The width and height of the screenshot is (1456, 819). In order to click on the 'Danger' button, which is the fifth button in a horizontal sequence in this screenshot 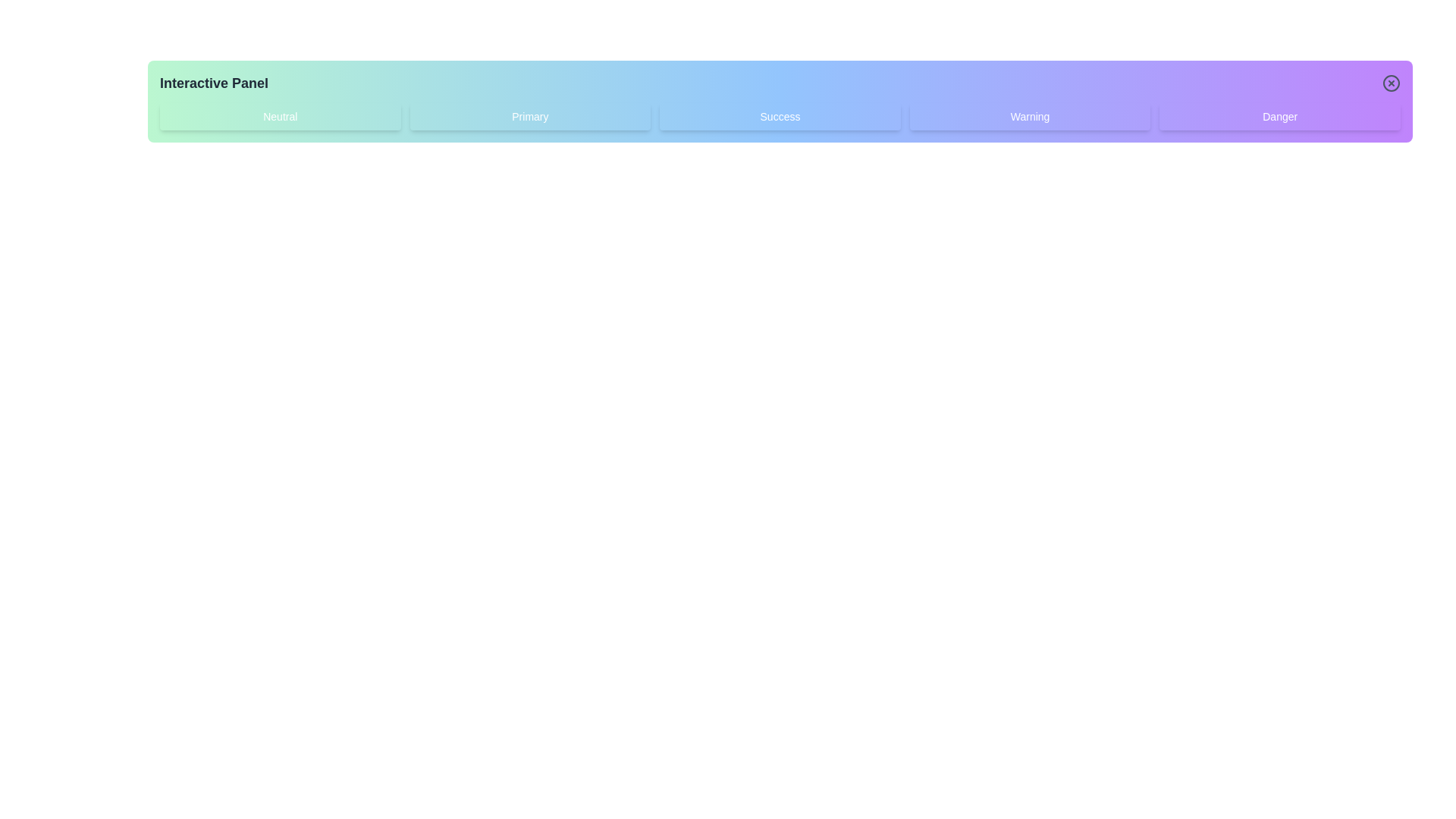, I will do `click(1279, 116)`.